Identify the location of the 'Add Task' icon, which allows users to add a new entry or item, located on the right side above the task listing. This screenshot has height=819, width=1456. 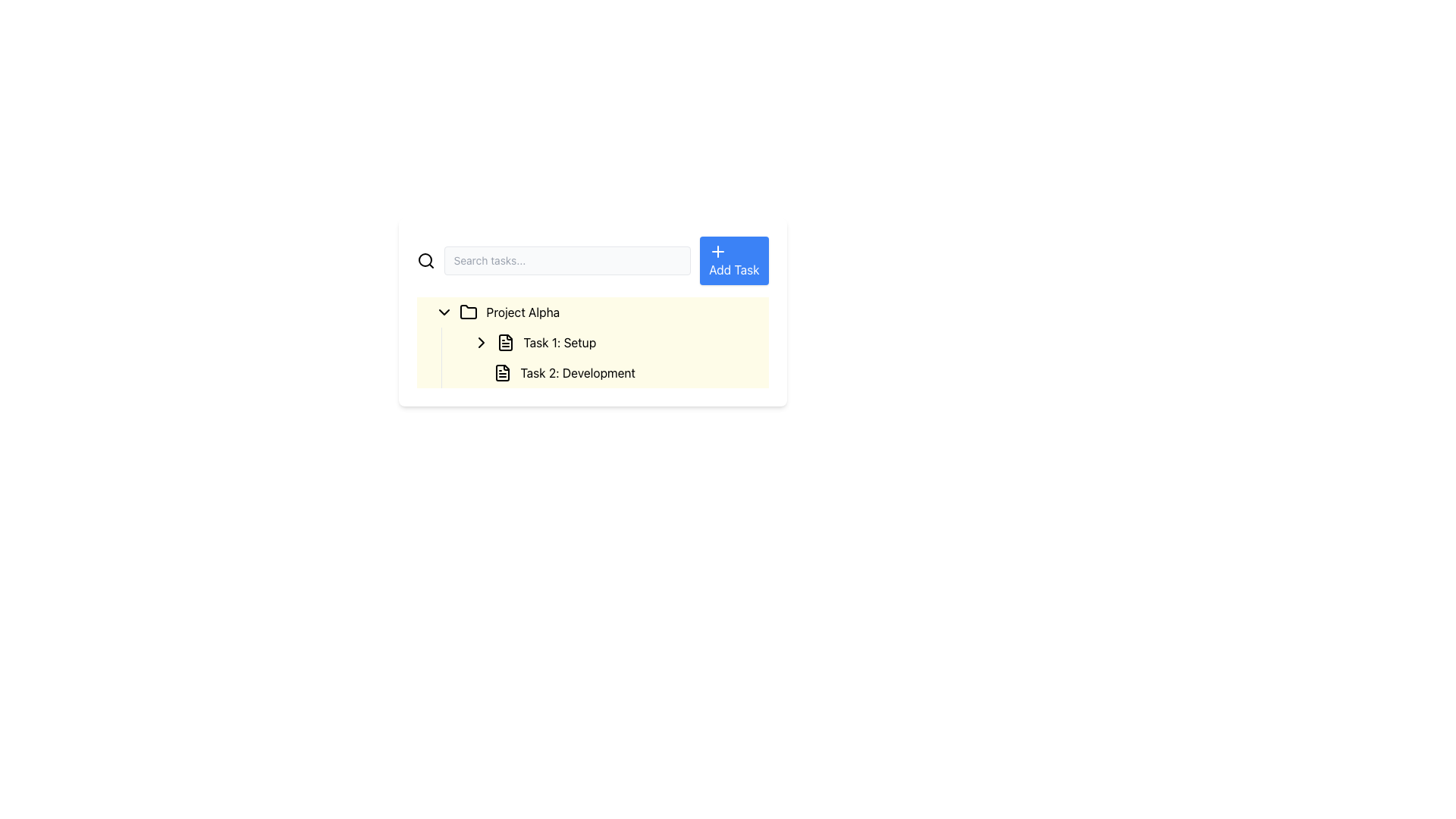
(717, 250).